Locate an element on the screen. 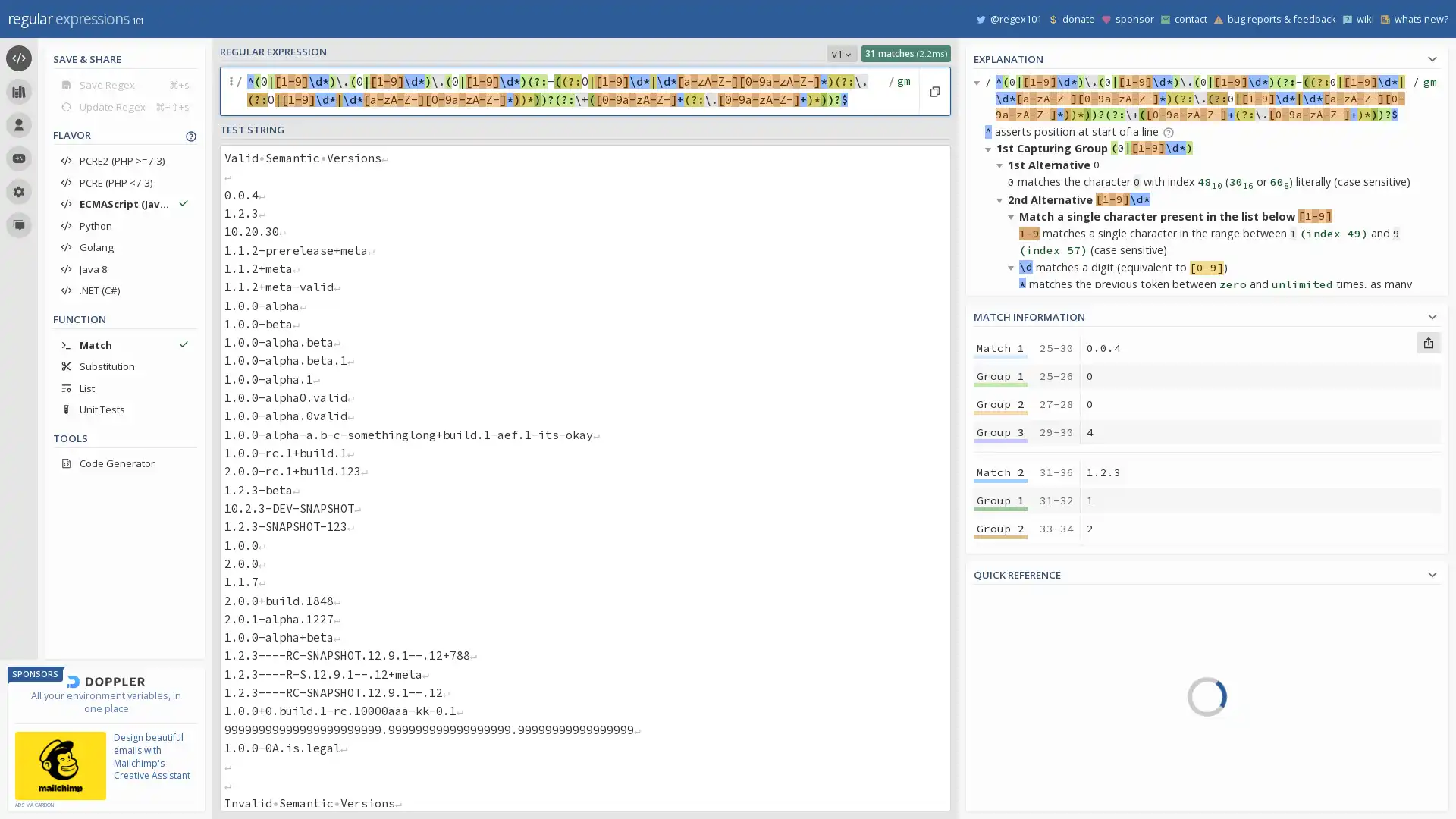  Any single character . is located at coordinates (1282, 708).